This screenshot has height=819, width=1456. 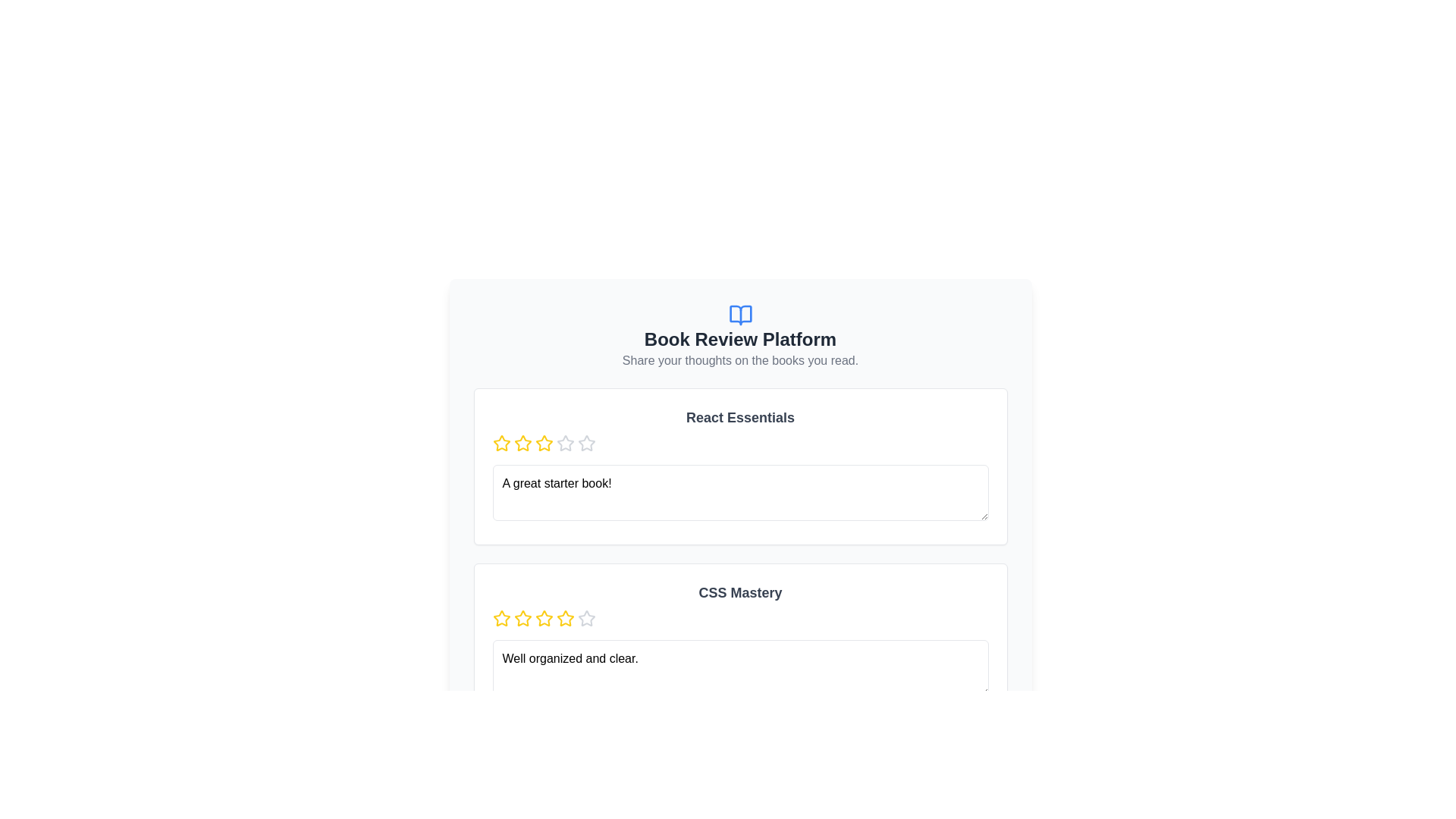 What do you see at coordinates (585, 618) in the screenshot?
I see `the fourth star icon in the horizontal row of rating stars under the book review entry labeled 'CSS Mastery' to rate as 4 stars` at bounding box center [585, 618].